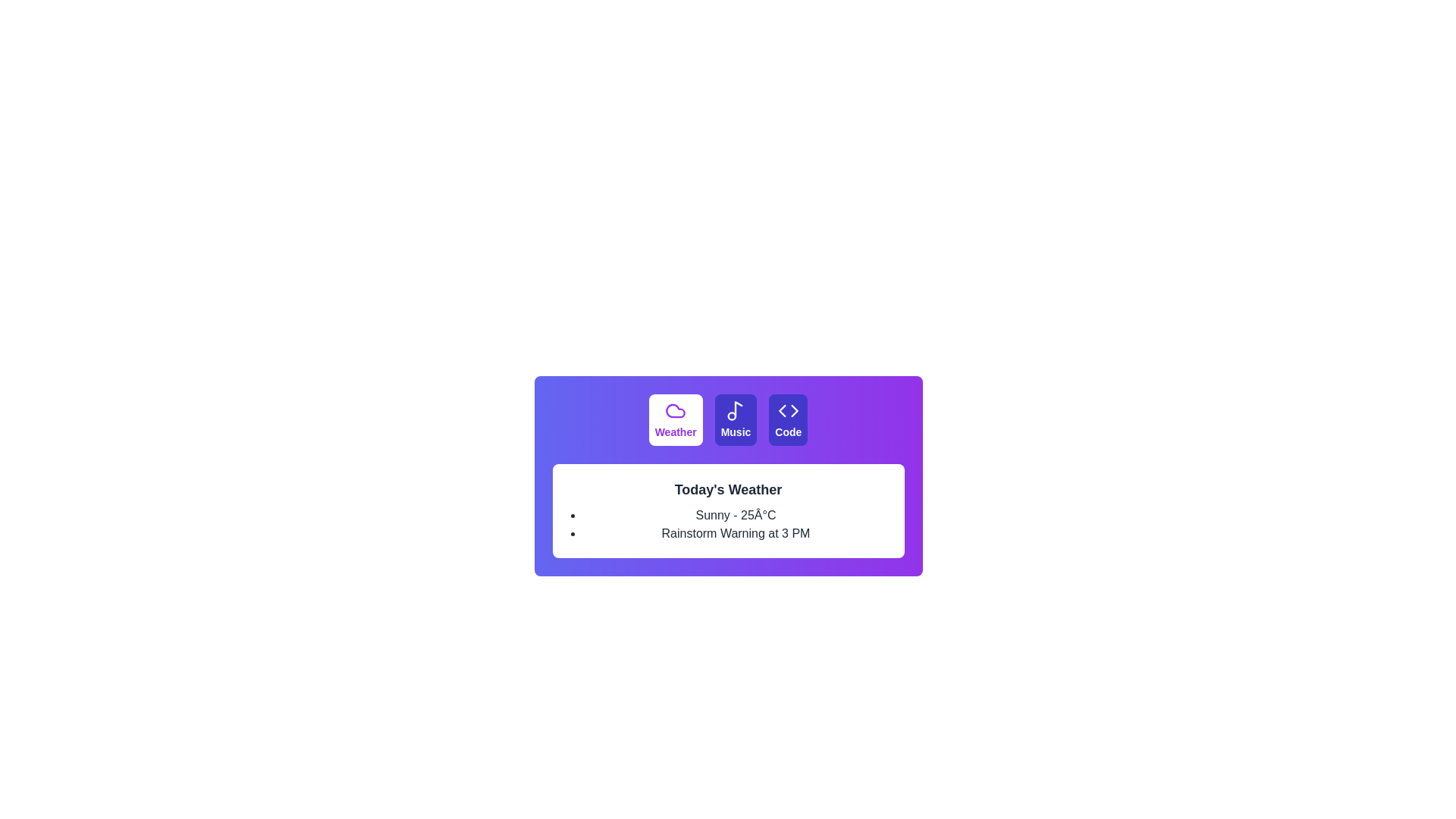  Describe the element at coordinates (736, 432) in the screenshot. I see `the Text label that serves as the descriptive title for its associated section, which is positioned below the icon in the center of a vertical layout group` at that location.